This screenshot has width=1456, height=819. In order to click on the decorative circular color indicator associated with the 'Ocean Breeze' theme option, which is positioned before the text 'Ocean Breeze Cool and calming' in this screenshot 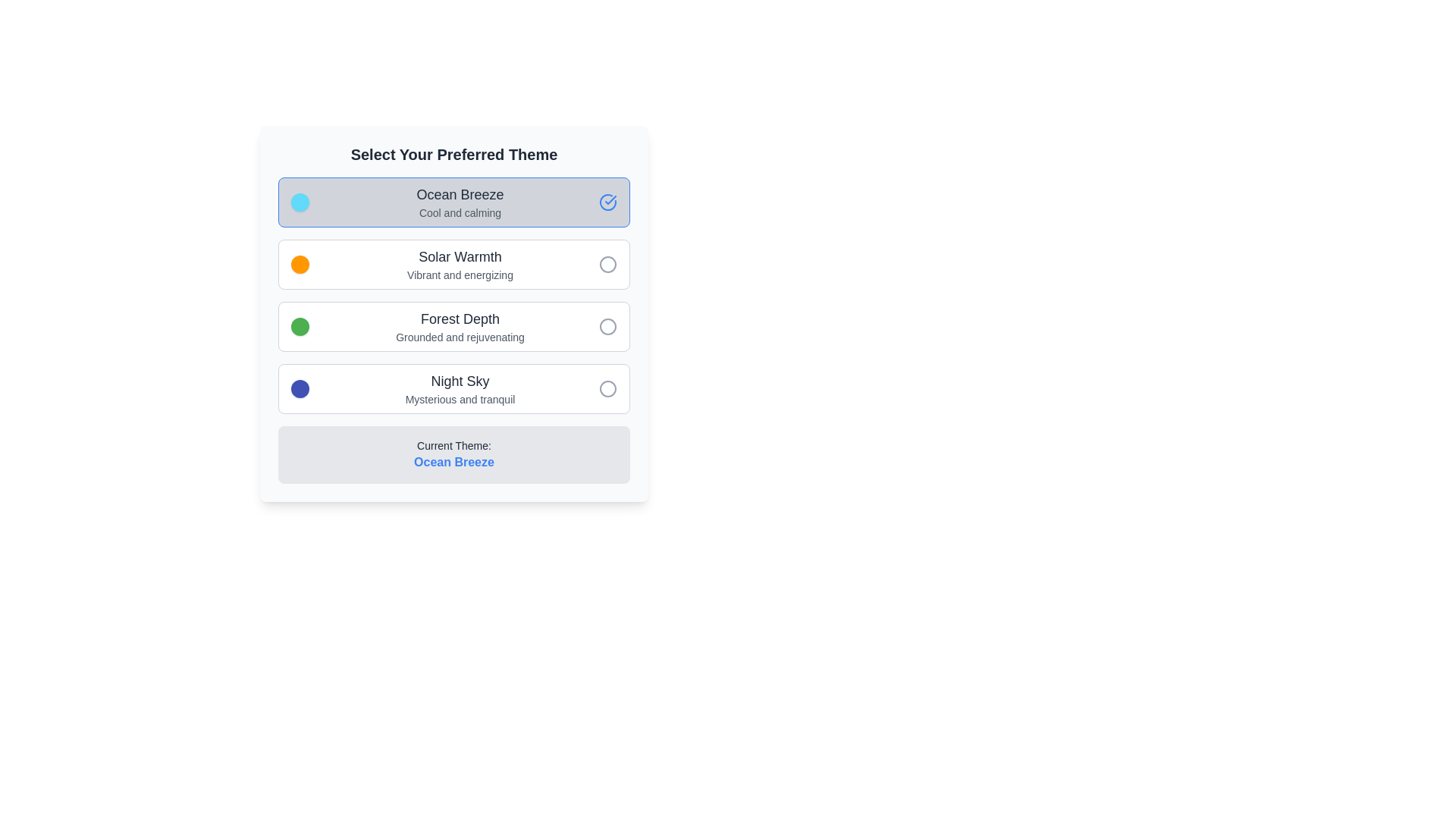, I will do `click(300, 201)`.